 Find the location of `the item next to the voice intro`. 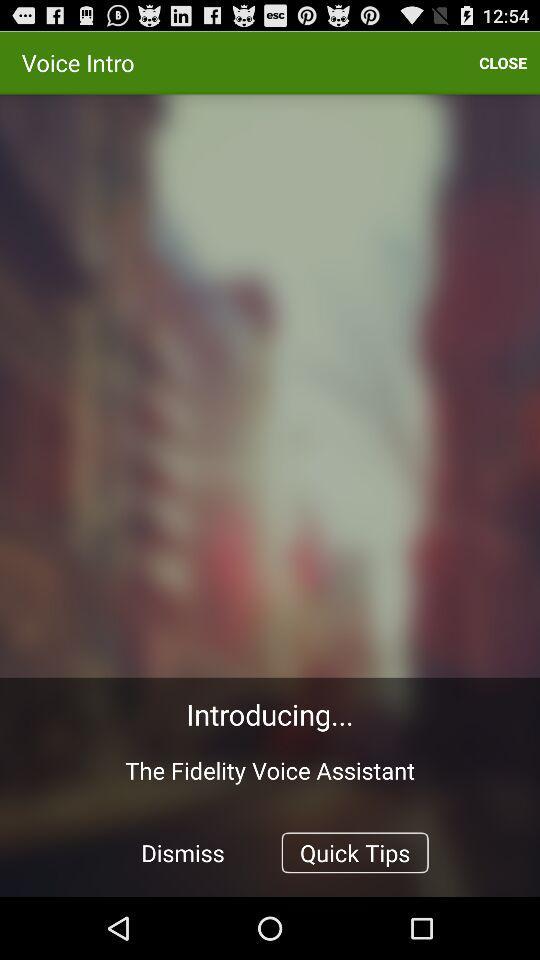

the item next to the voice intro is located at coordinates (502, 62).